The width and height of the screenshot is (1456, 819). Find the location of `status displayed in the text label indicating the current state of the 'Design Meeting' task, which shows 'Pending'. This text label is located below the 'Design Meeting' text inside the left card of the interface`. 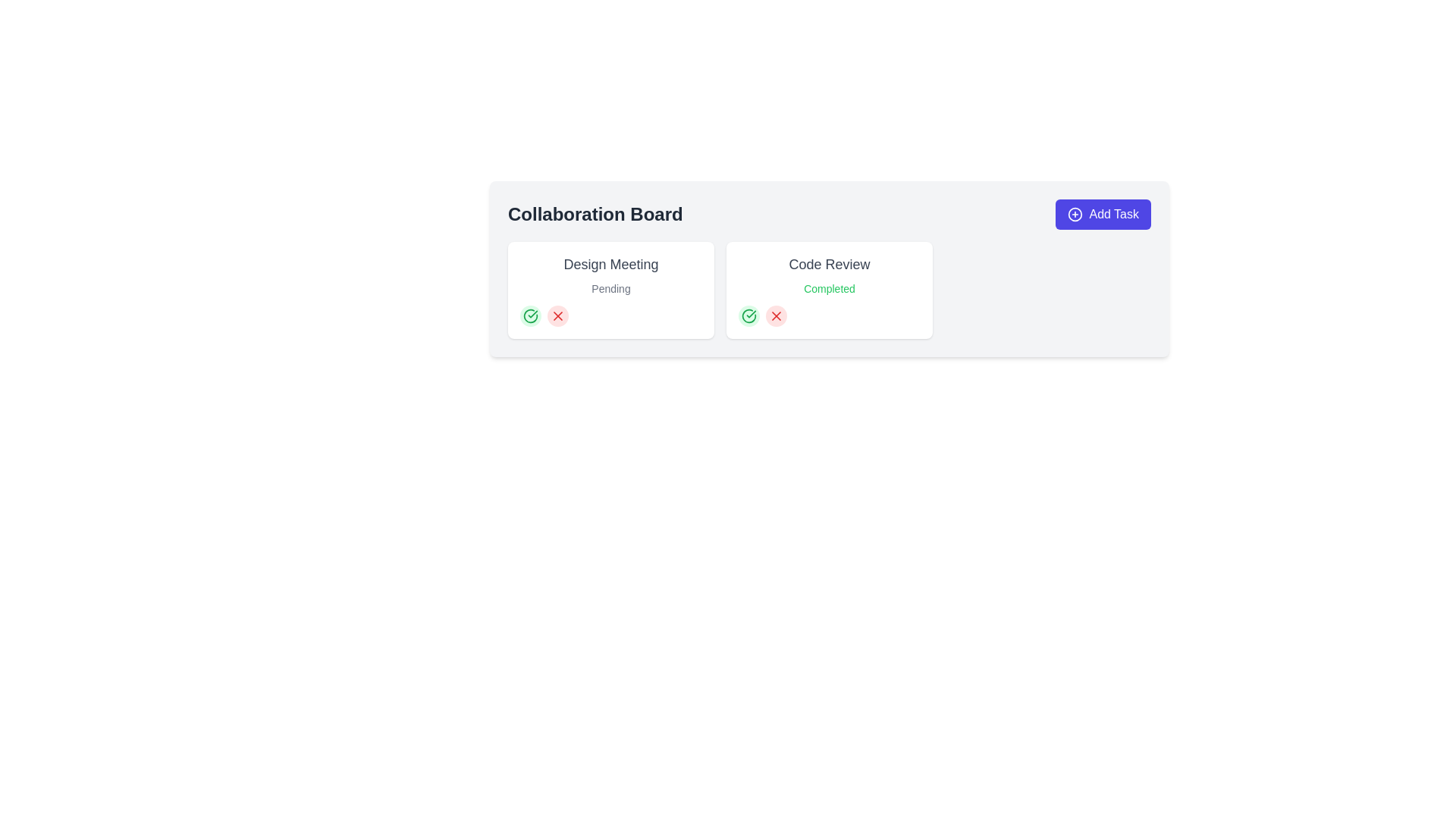

status displayed in the text label indicating the current state of the 'Design Meeting' task, which shows 'Pending'. This text label is located below the 'Design Meeting' text inside the left card of the interface is located at coordinates (611, 289).